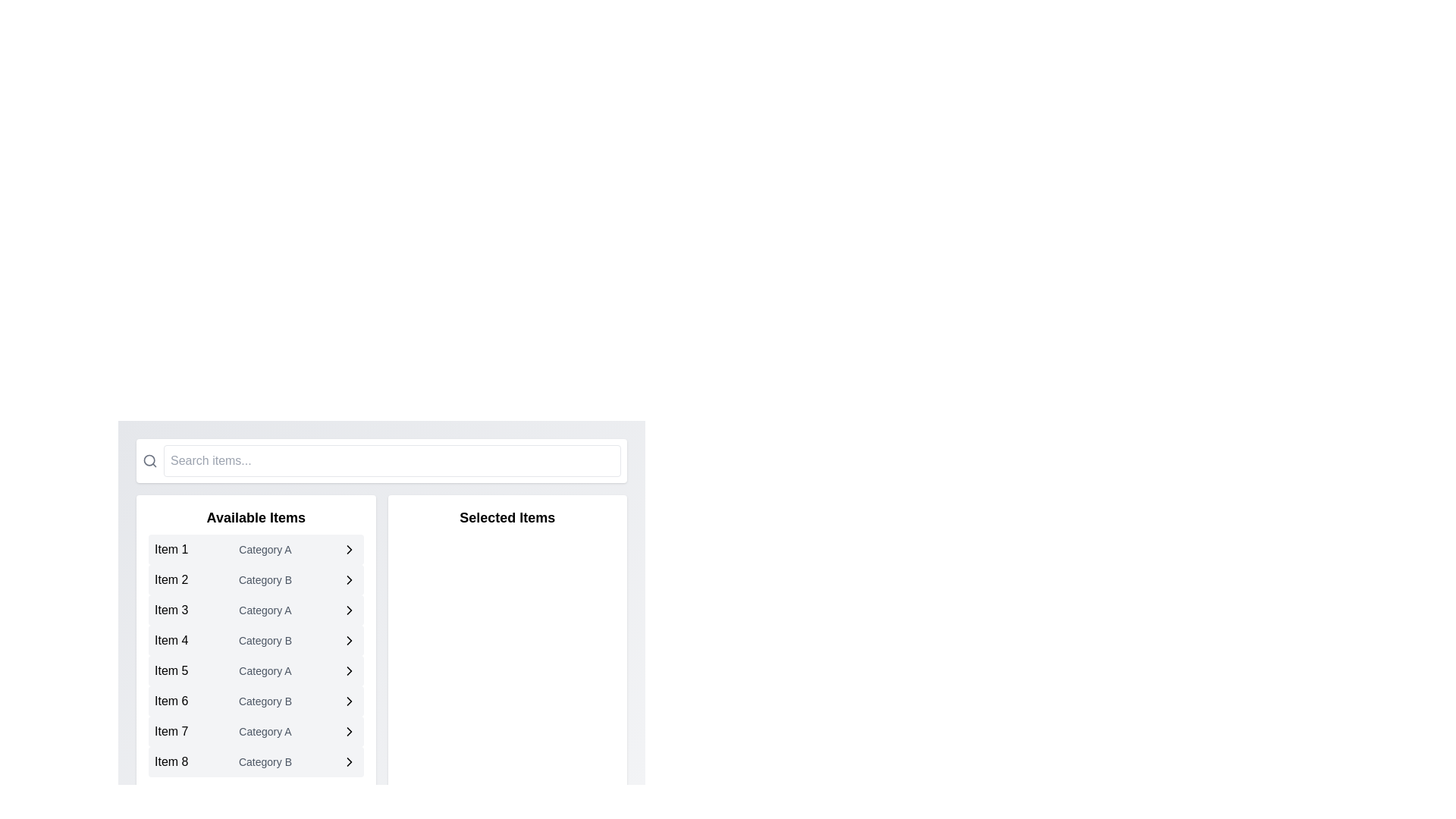  I want to click on the second text label that serves as a descriptor for 'Item 4' in the 'Available Items' list, so click(265, 640).